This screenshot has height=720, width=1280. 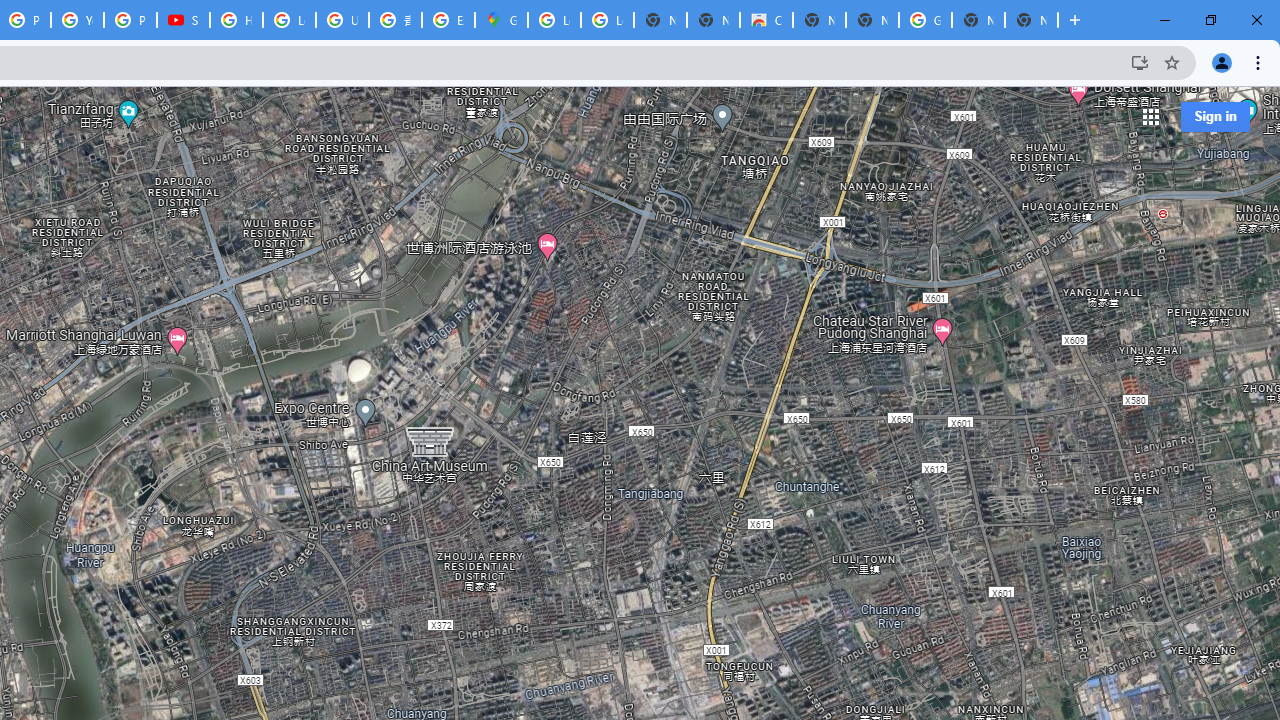 What do you see at coordinates (1139, 61) in the screenshot?
I see `'Install Google Maps'` at bounding box center [1139, 61].